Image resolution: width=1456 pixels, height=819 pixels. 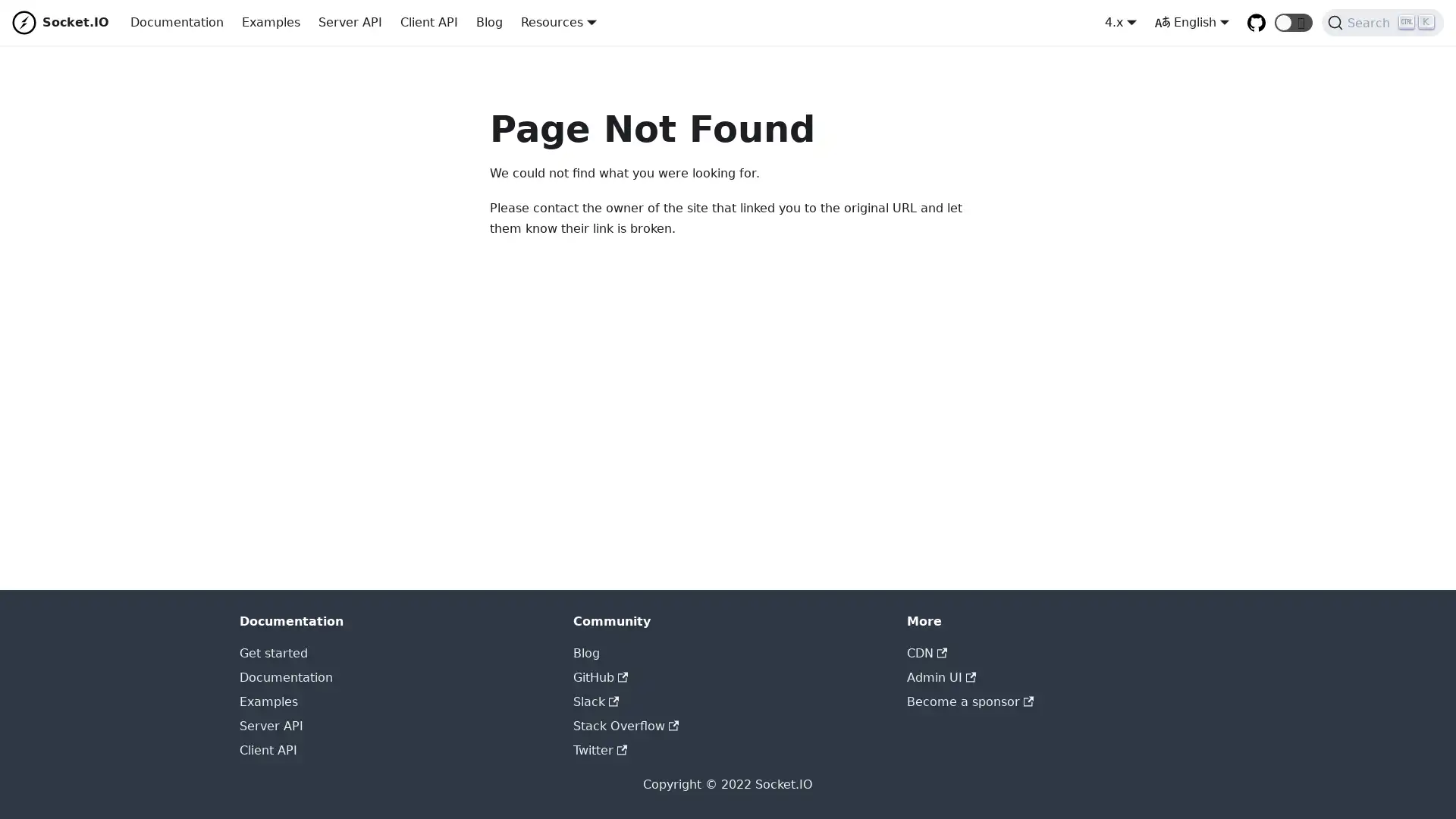 I want to click on Search, so click(x=1382, y=23).